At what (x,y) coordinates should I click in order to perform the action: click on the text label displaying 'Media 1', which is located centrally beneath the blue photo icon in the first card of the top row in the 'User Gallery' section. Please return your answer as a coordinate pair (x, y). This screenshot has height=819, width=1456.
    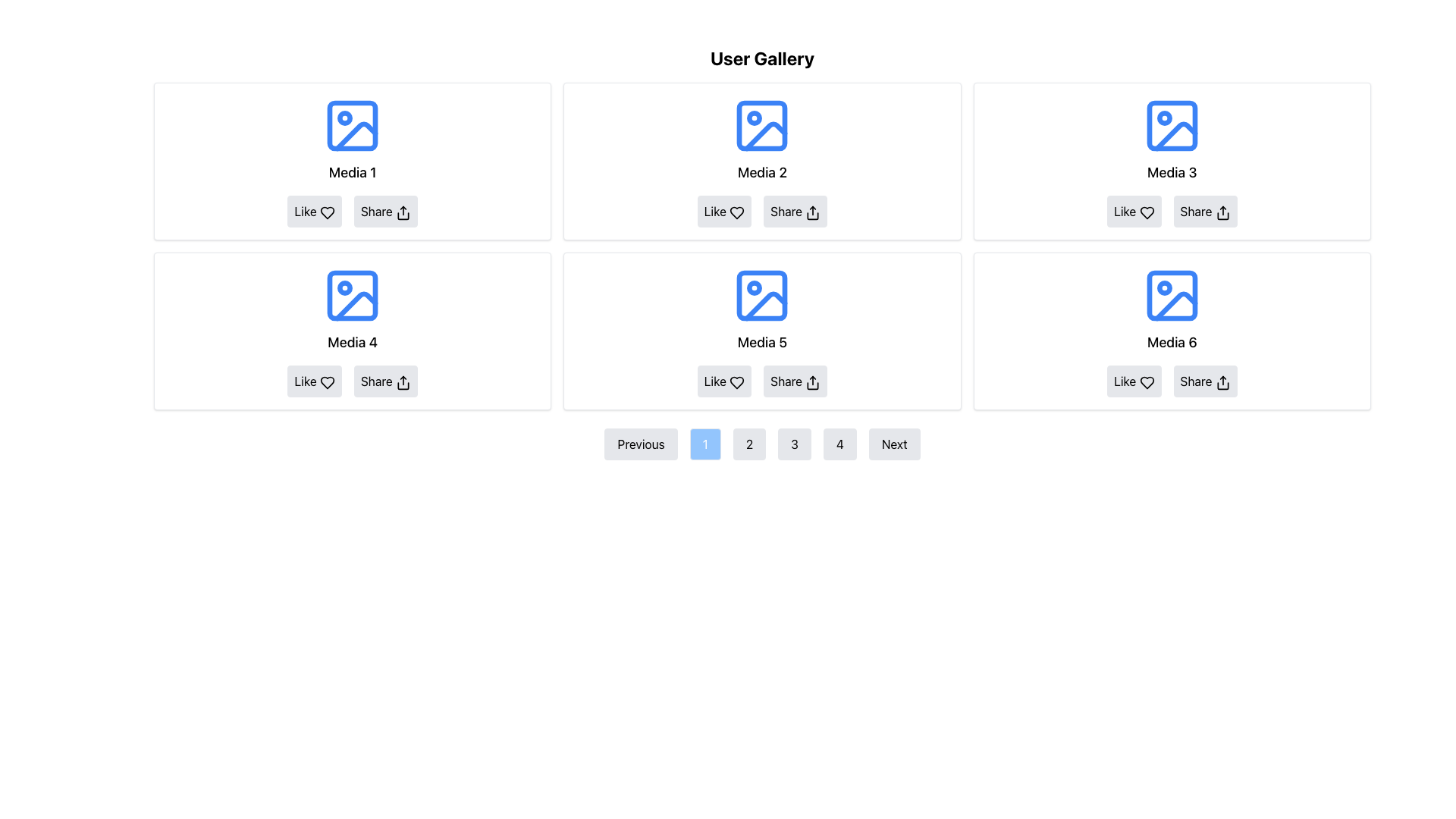
    Looking at the image, I should click on (352, 171).